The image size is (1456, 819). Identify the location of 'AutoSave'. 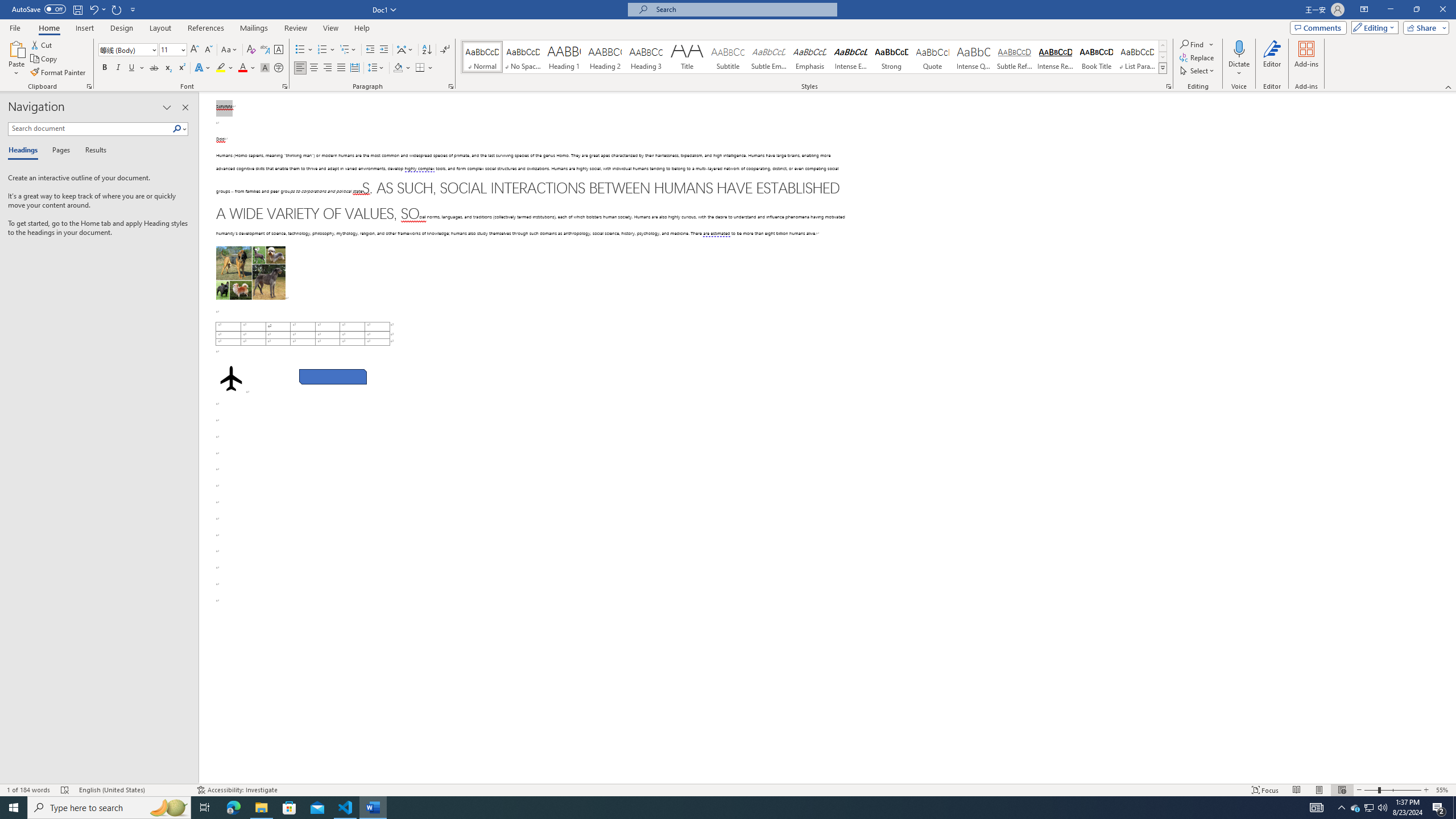
(39, 9).